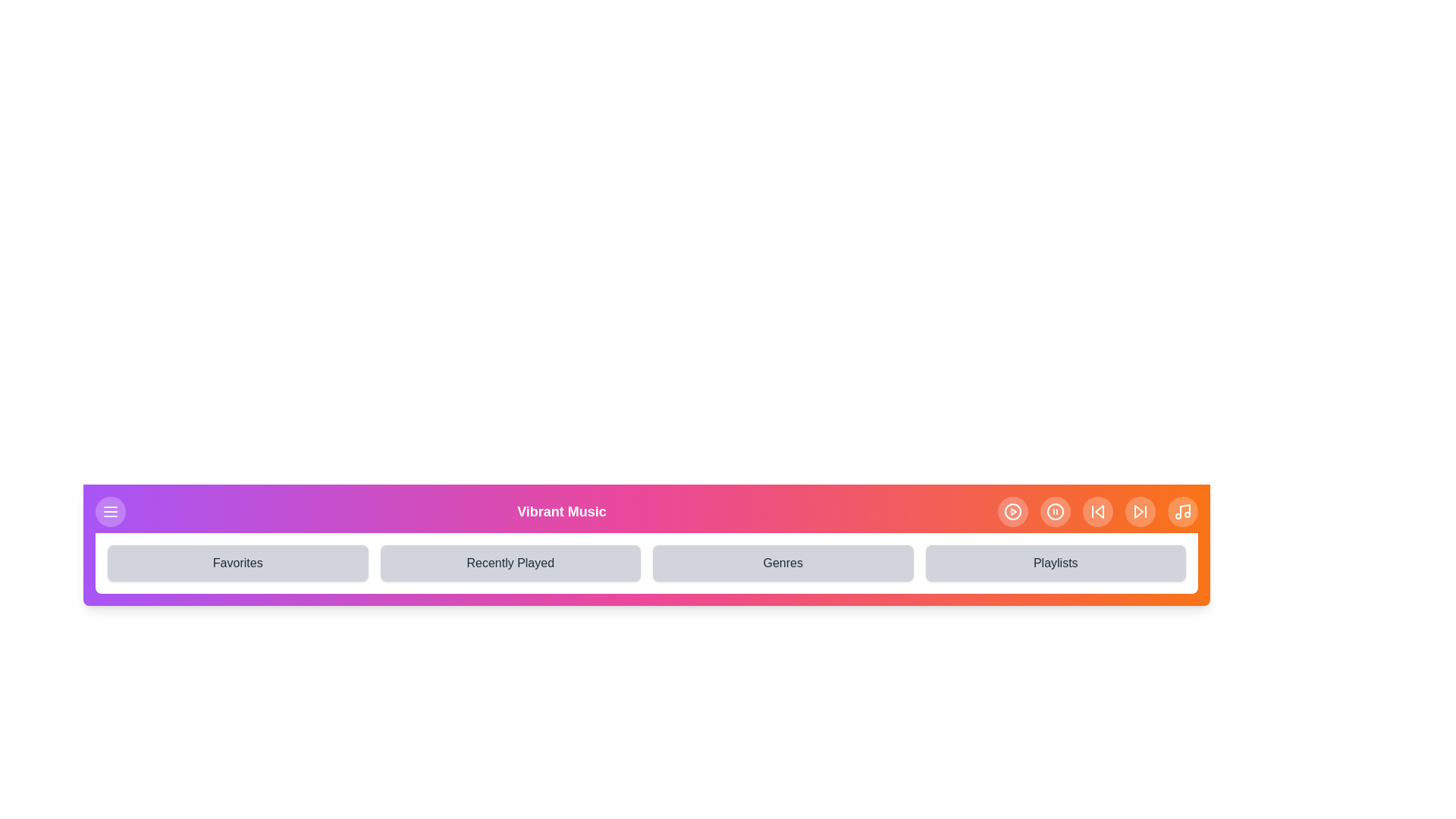  I want to click on the navigation item Genres from the navigation bar, so click(783, 563).